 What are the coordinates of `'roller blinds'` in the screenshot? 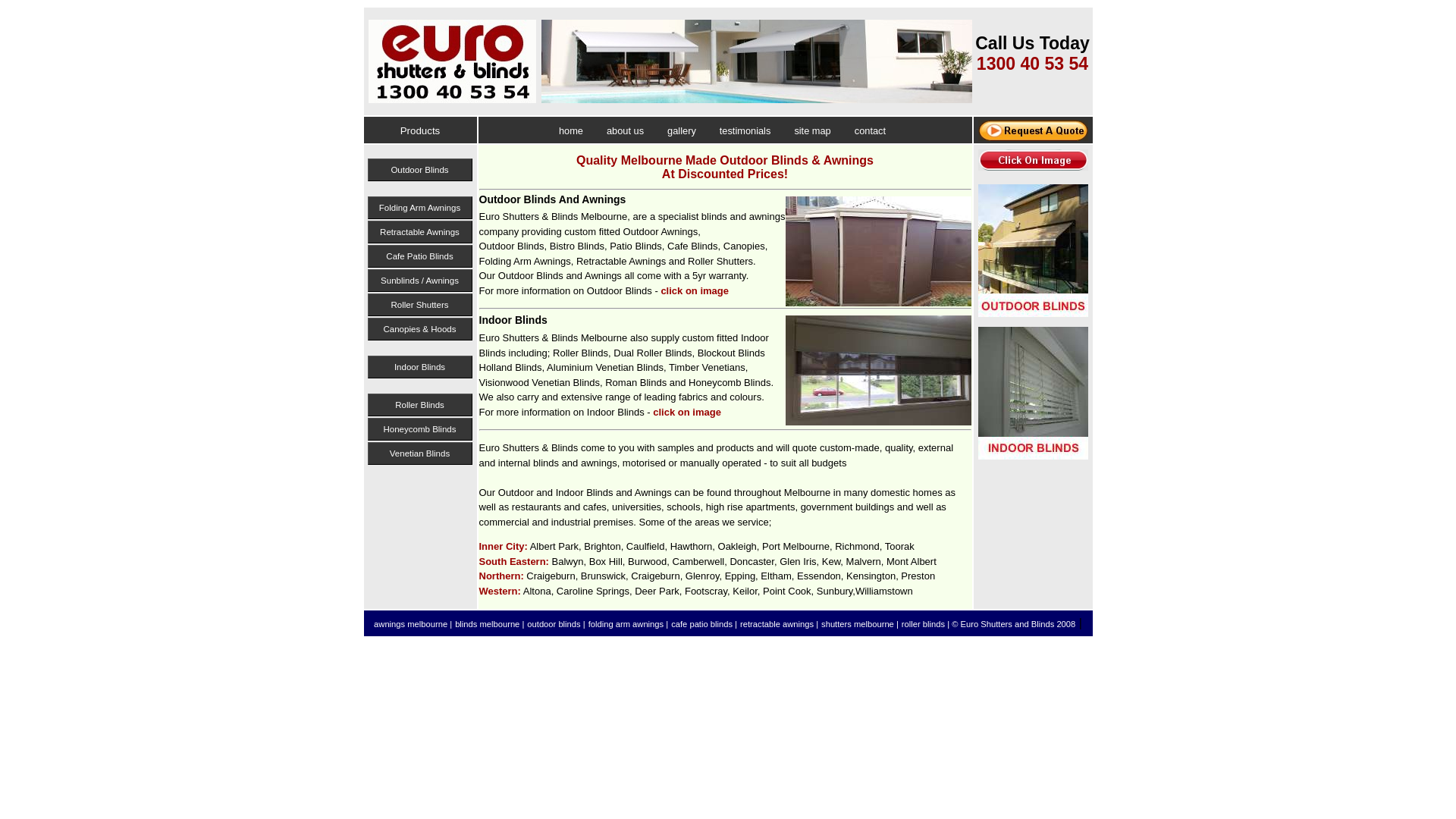 It's located at (924, 623).